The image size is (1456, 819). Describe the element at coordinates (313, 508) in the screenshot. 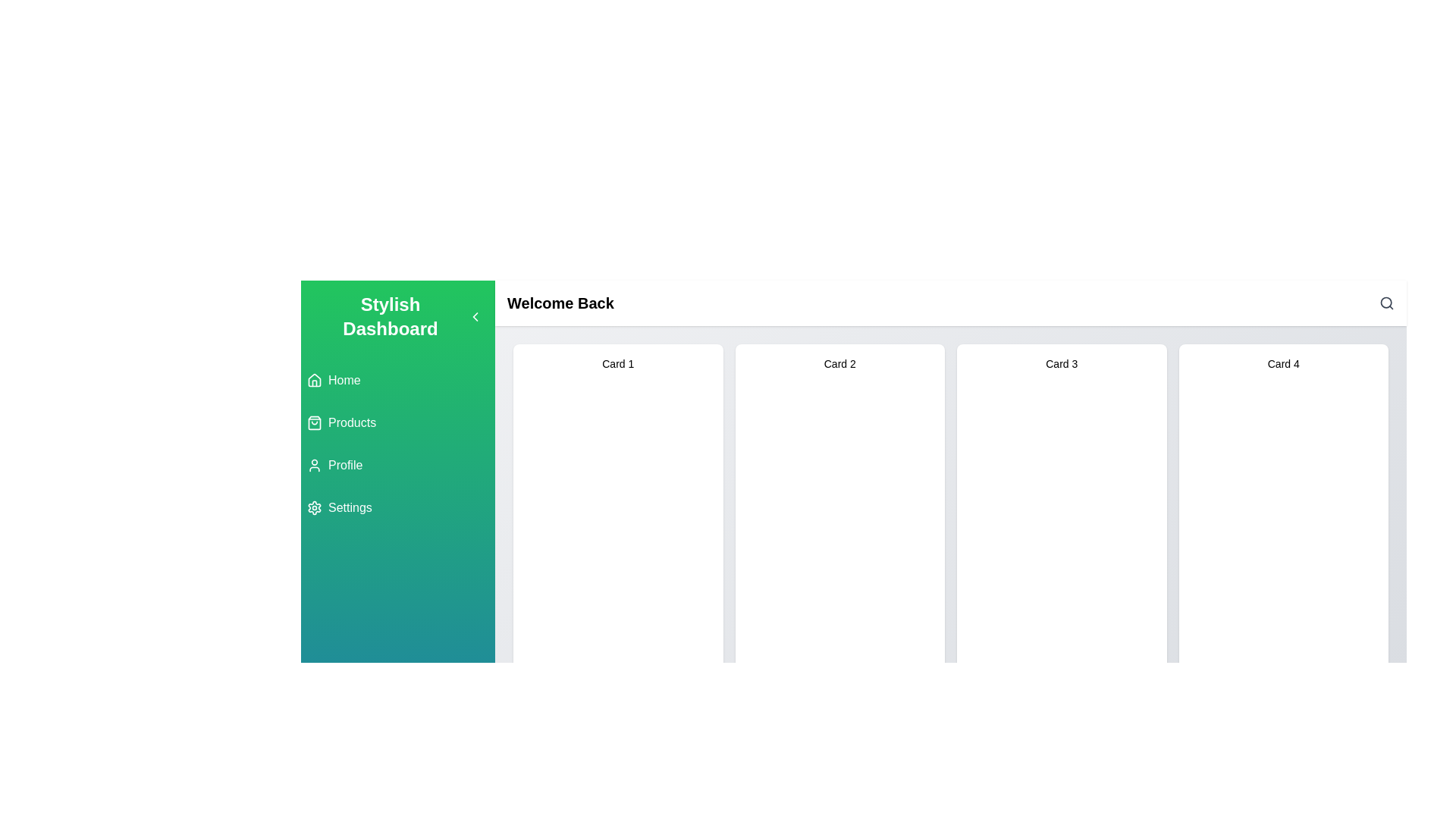

I see `the green cogwheel icon located at the bottom of the settings menu in the vertical sidebar` at that location.